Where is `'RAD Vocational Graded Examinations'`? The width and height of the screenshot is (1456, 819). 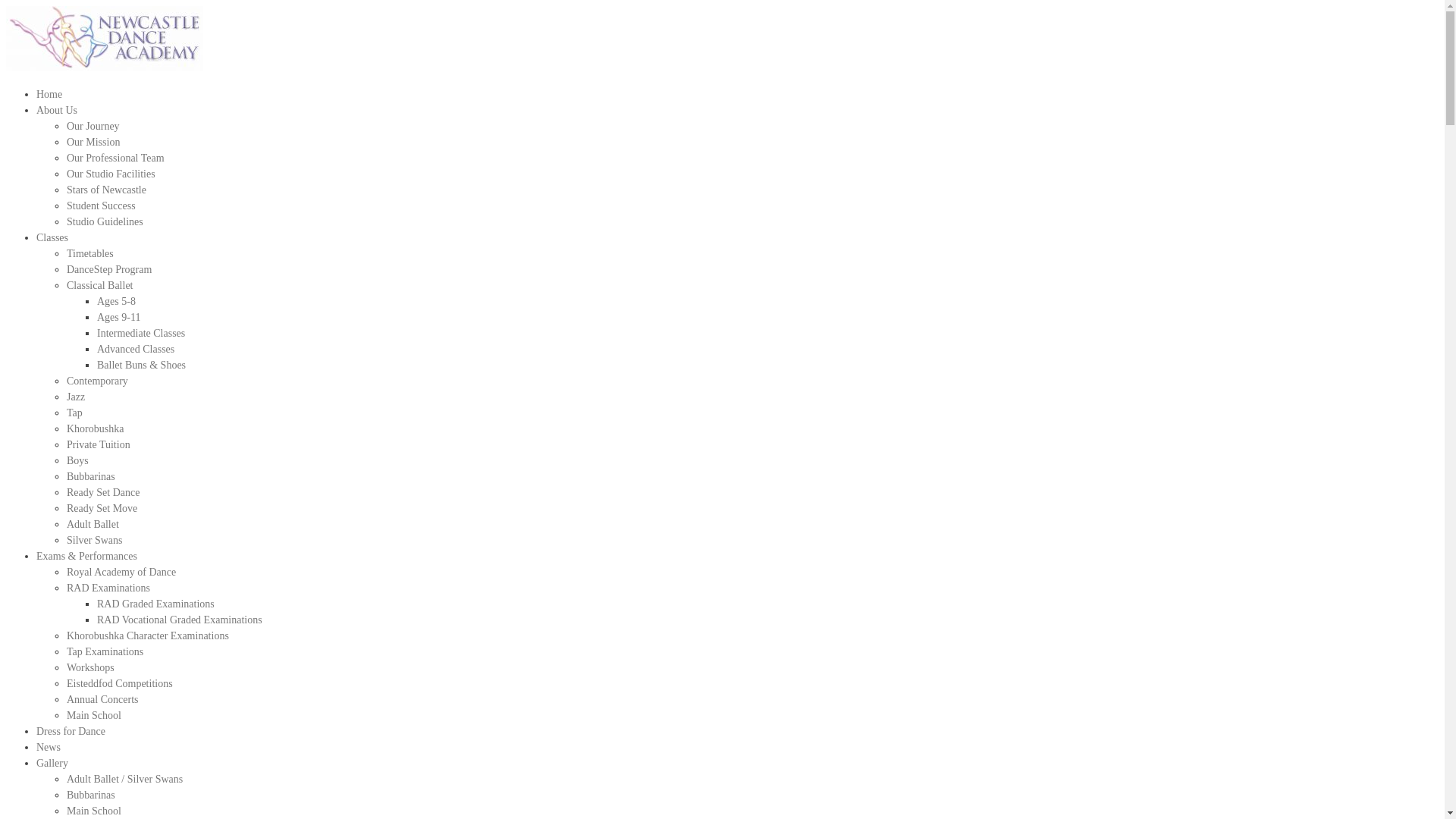 'RAD Vocational Graded Examinations' is located at coordinates (179, 620).